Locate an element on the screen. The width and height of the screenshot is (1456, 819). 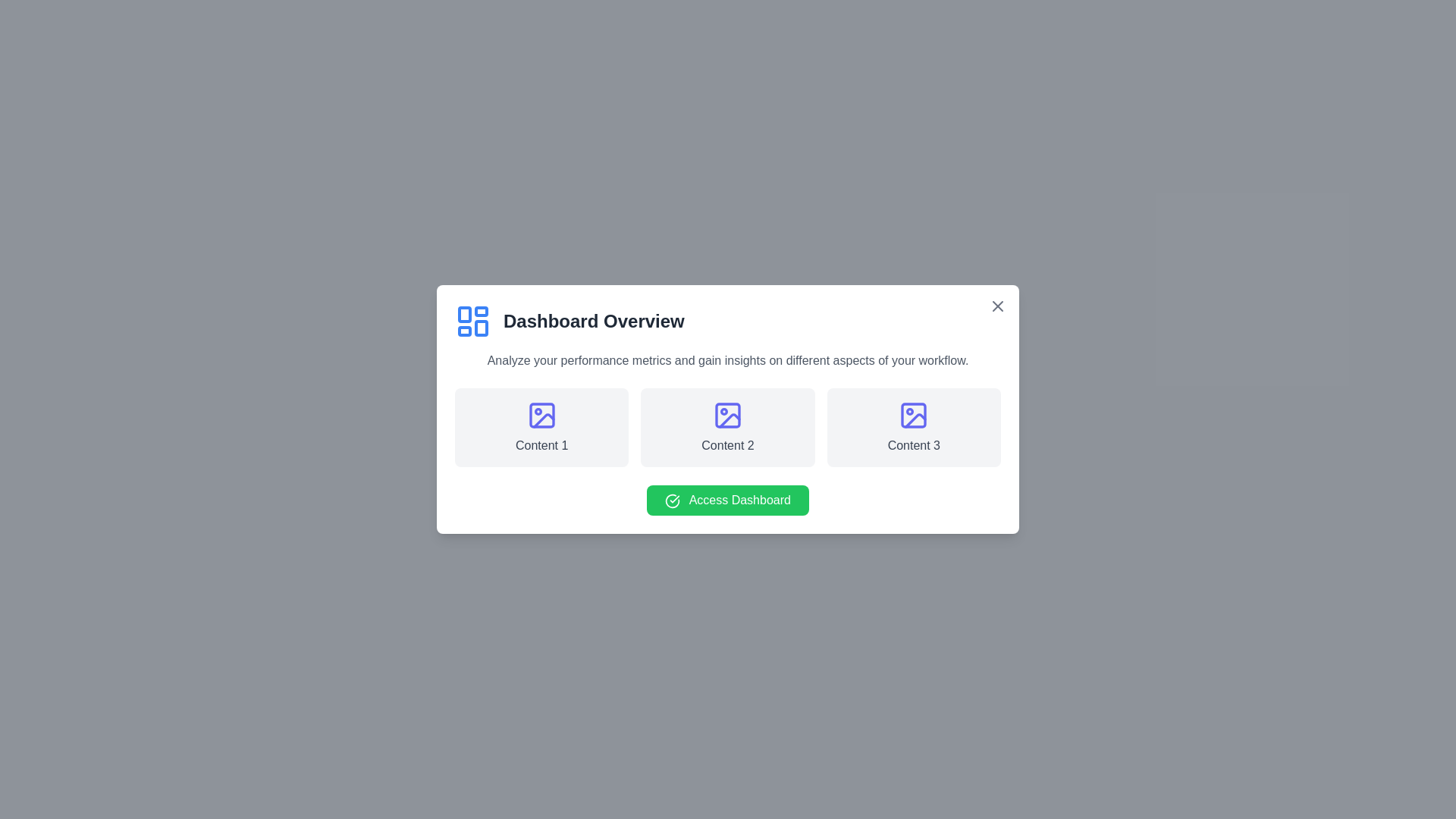
close button located at the top-right corner of the dialog to dismiss it is located at coordinates (997, 306).